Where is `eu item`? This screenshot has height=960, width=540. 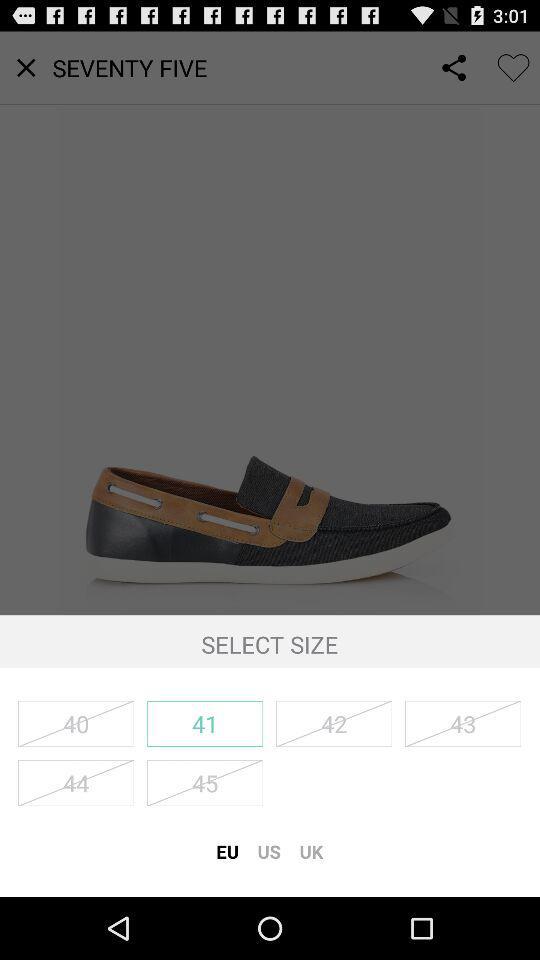
eu item is located at coordinates (226, 850).